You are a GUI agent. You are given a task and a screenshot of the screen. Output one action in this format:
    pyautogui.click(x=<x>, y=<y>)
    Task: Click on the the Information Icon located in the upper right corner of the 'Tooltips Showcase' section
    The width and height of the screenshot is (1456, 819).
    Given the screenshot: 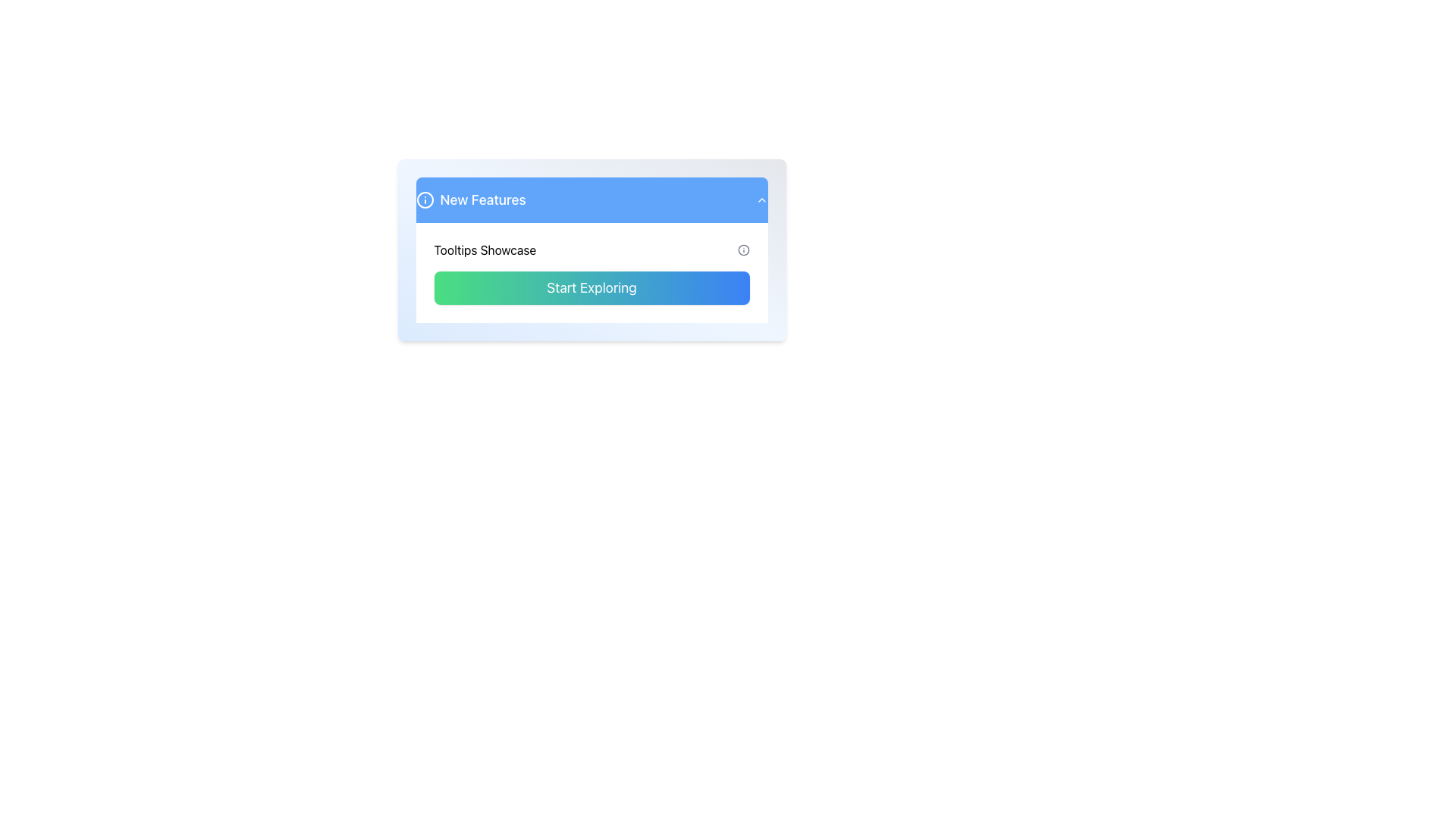 What is the action you would take?
    pyautogui.click(x=743, y=249)
    